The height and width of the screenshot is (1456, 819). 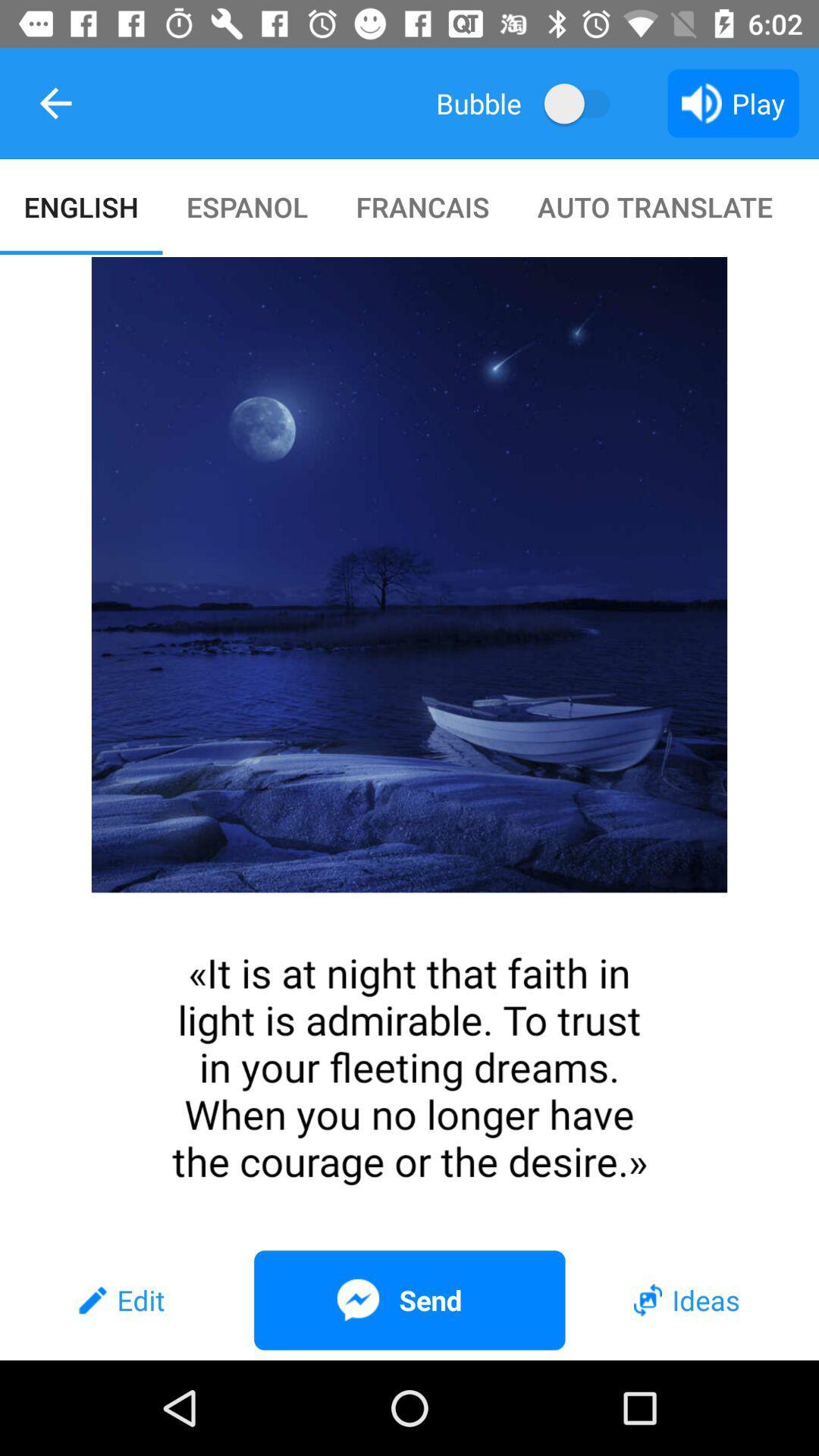 What do you see at coordinates (409, 748) in the screenshot?
I see `item below the english icon` at bounding box center [409, 748].